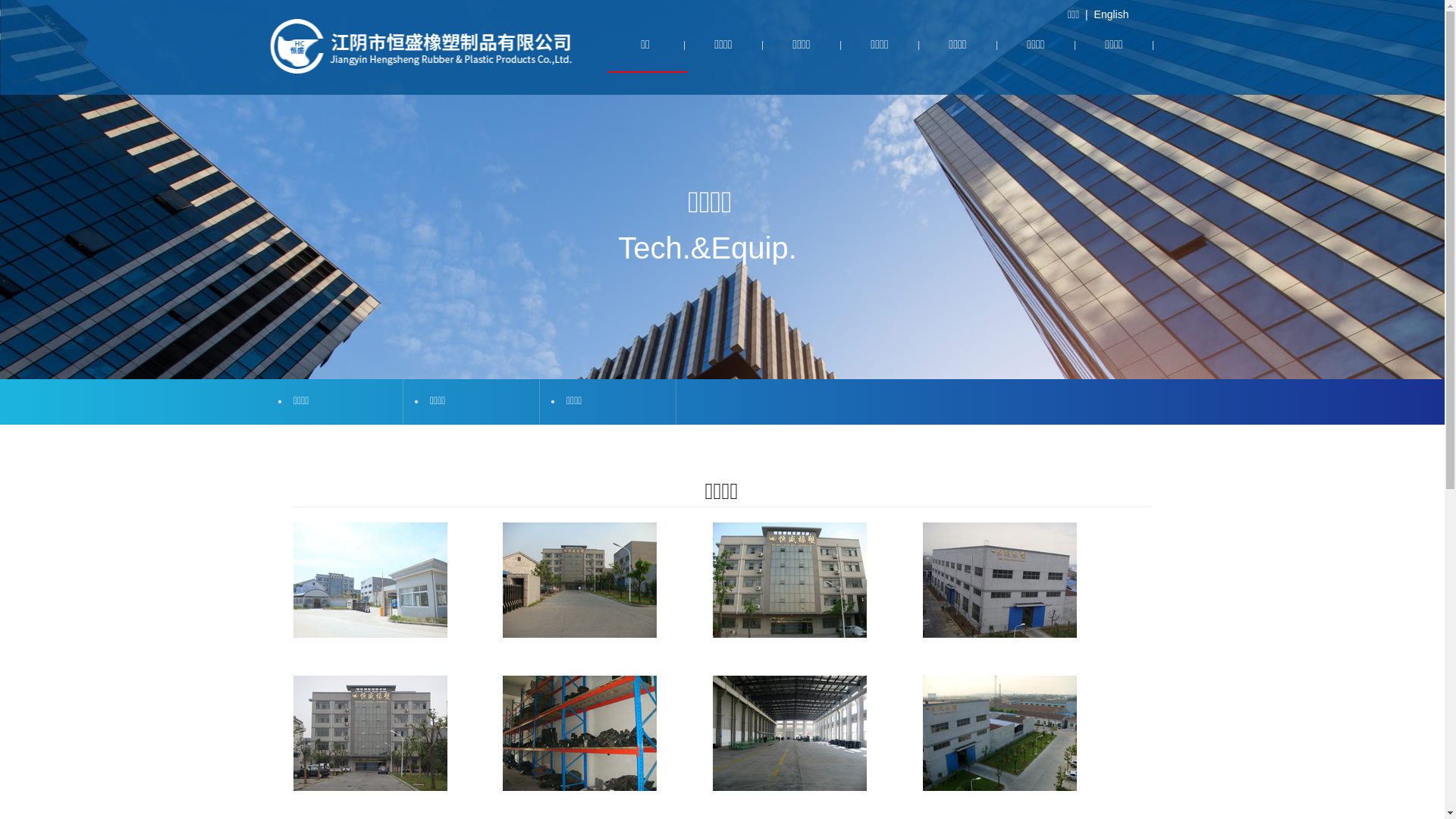 The width and height of the screenshot is (1456, 819). I want to click on 'English', so click(1111, 14).